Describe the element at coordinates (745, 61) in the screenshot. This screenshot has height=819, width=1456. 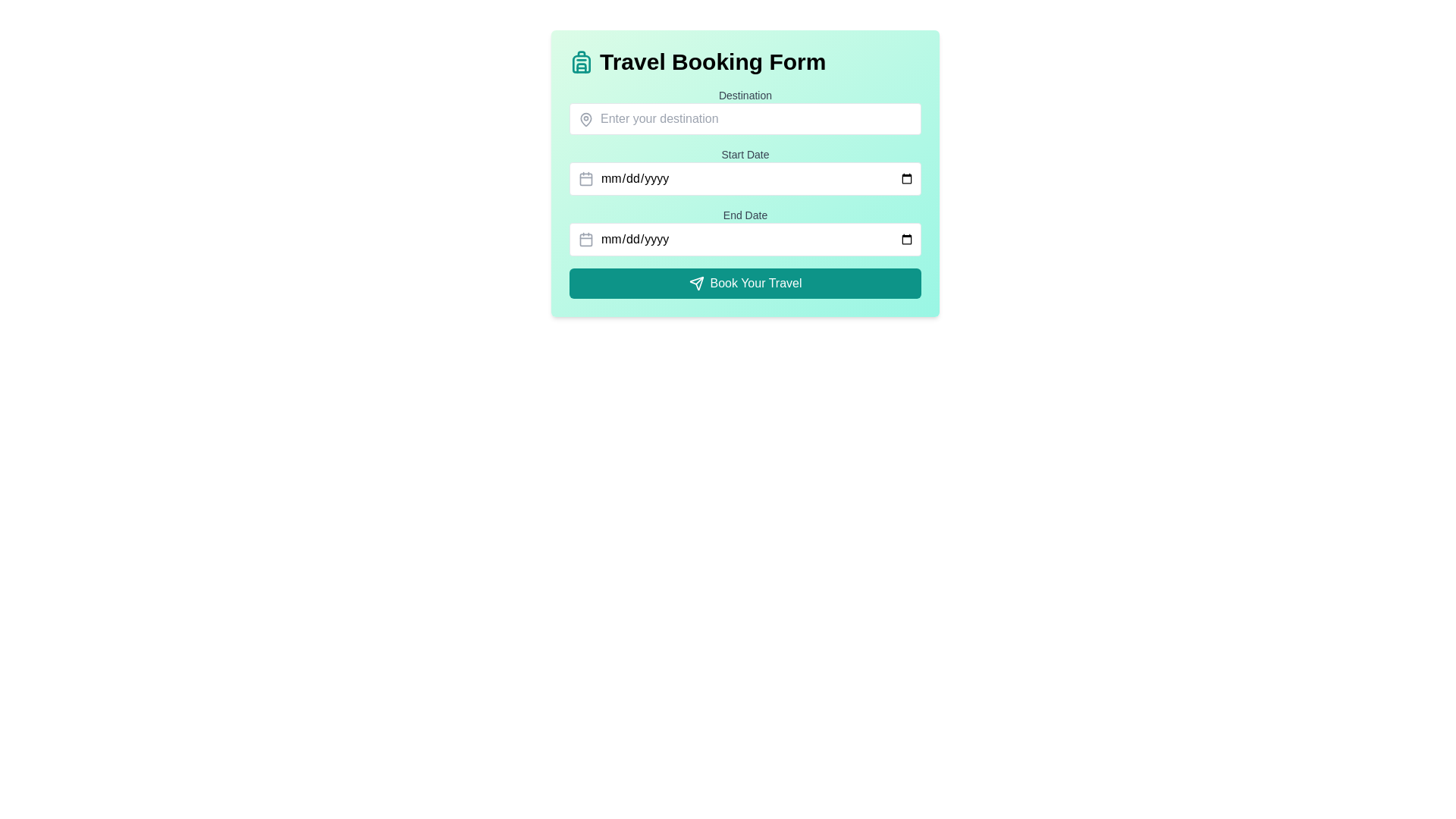
I see `header text 'Travel Booking Form' located at the top of the form interface, which features a prominent title and a backpack icon to the left` at that location.